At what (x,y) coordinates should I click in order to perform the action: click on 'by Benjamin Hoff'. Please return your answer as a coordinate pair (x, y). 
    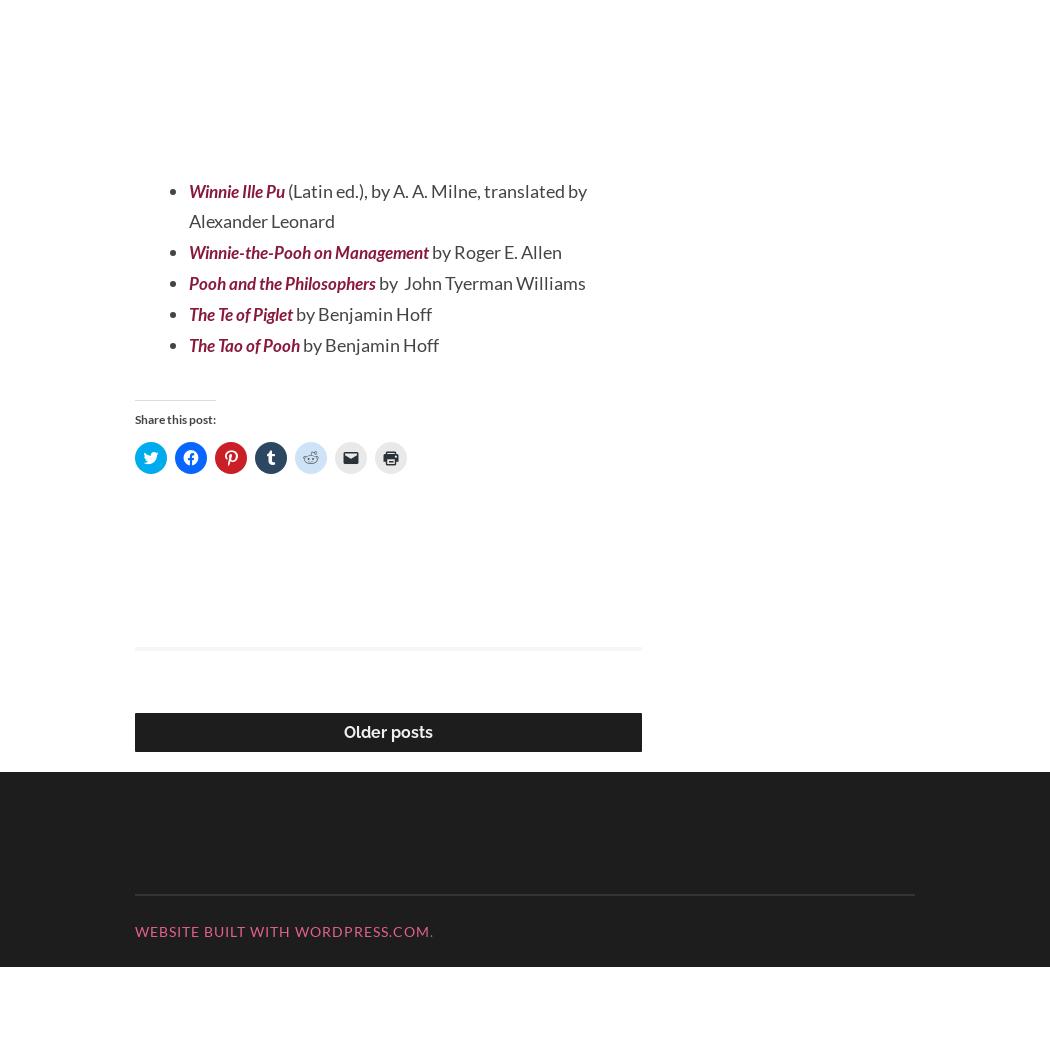
    Looking at the image, I should click on (375, 415).